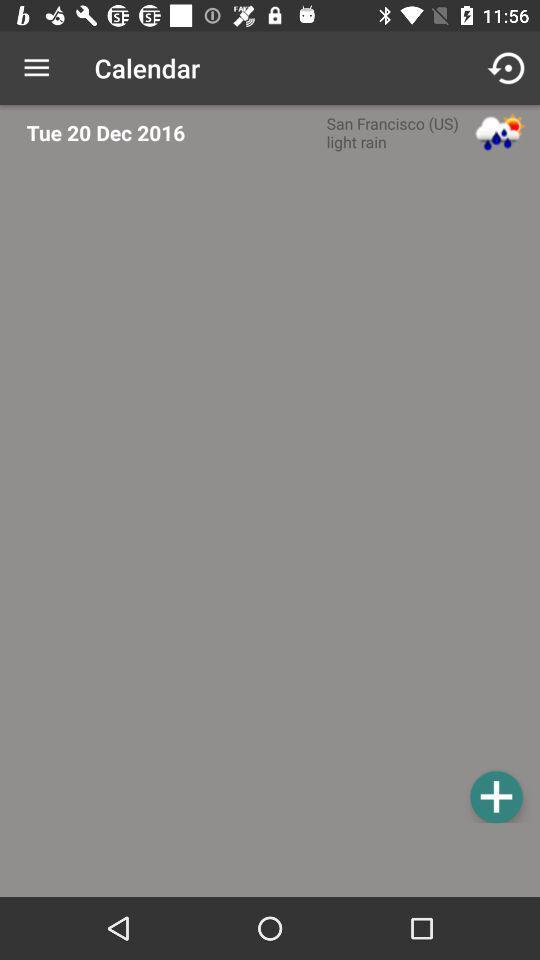  Describe the element at coordinates (495, 796) in the screenshot. I see `the event` at that location.